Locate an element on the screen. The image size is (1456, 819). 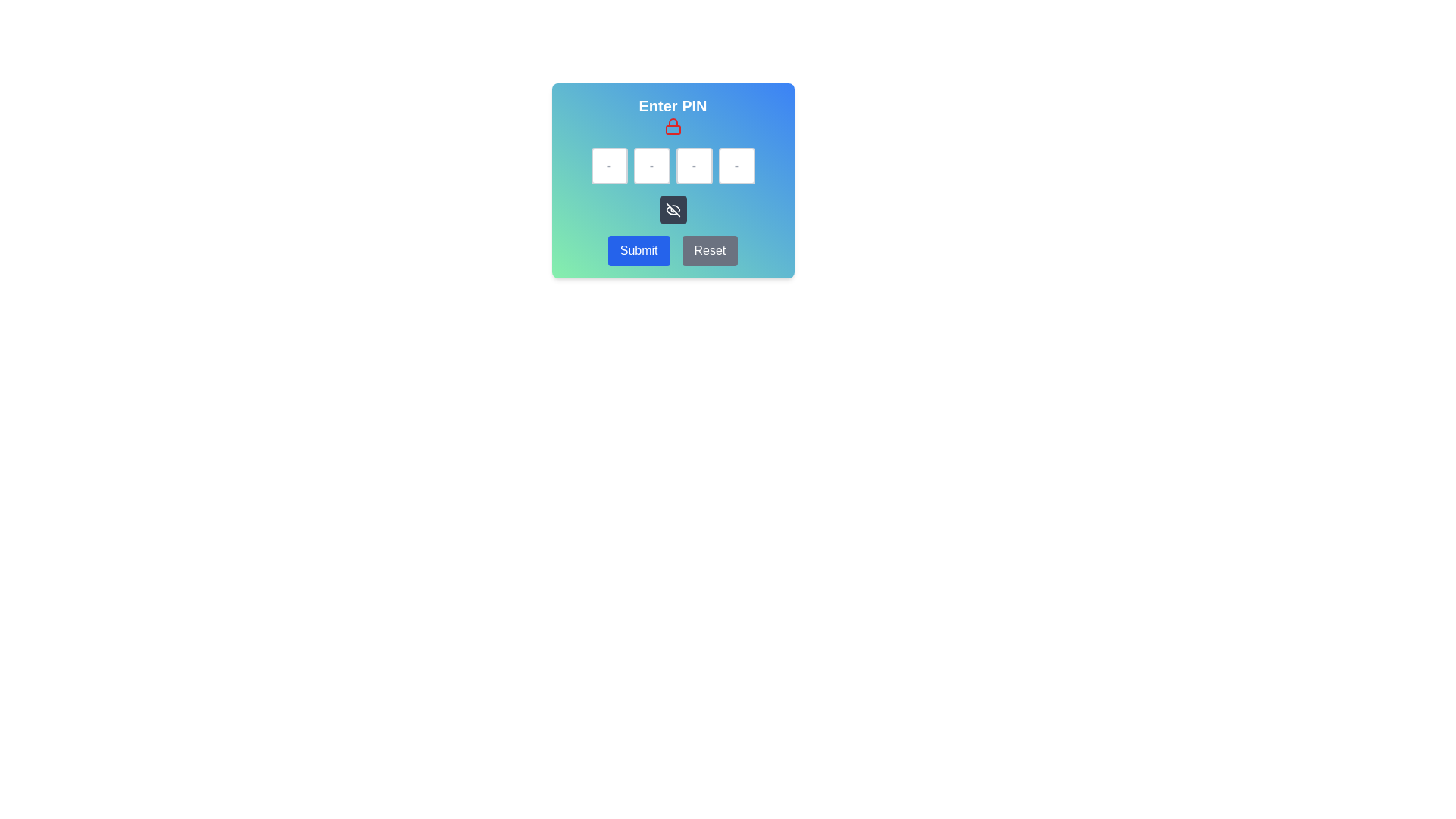
the lock icon located directly beneath the 'Enter PIN' text, which serves as a reassurance for security regarding the PIN input is located at coordinates (672, 125).